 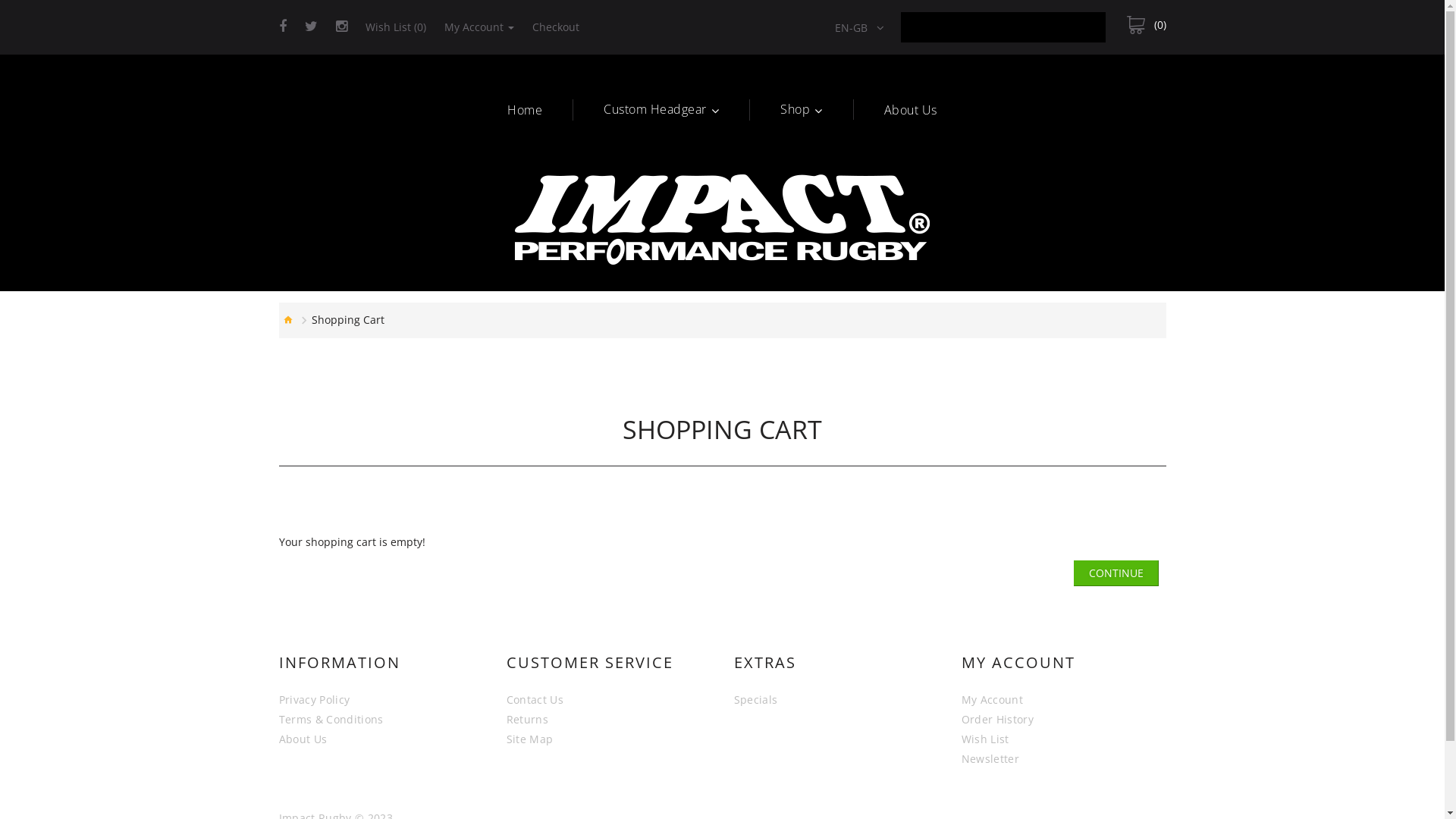 I want to click on 'Returns', so click(x=527, y=718).